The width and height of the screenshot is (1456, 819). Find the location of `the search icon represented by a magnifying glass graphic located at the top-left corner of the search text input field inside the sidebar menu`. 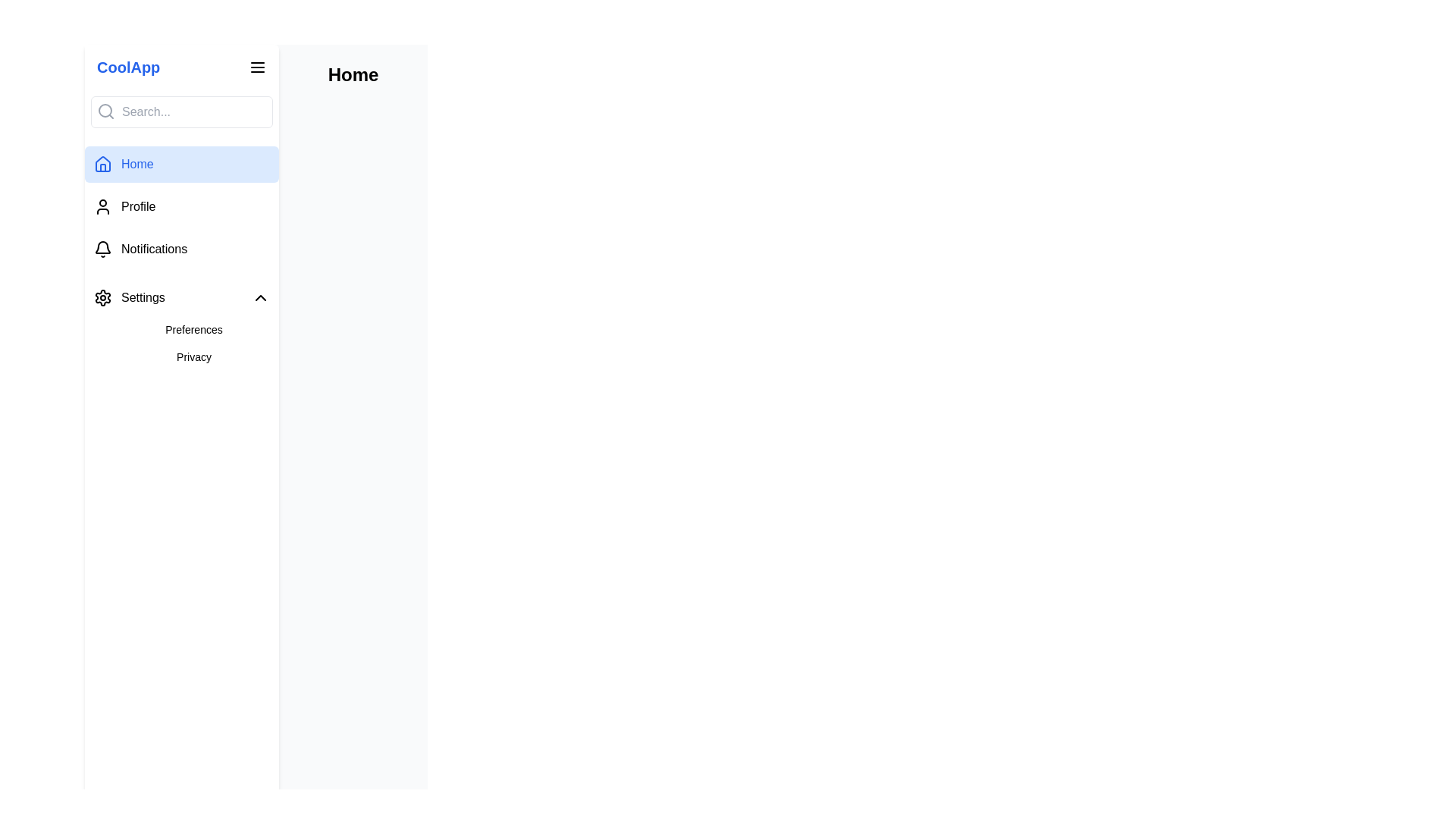

the search icon represented by a magnifying glass graphic located at the top-left corner of the search text input field inside the sidebar menu is located at coordinates (105, 110).